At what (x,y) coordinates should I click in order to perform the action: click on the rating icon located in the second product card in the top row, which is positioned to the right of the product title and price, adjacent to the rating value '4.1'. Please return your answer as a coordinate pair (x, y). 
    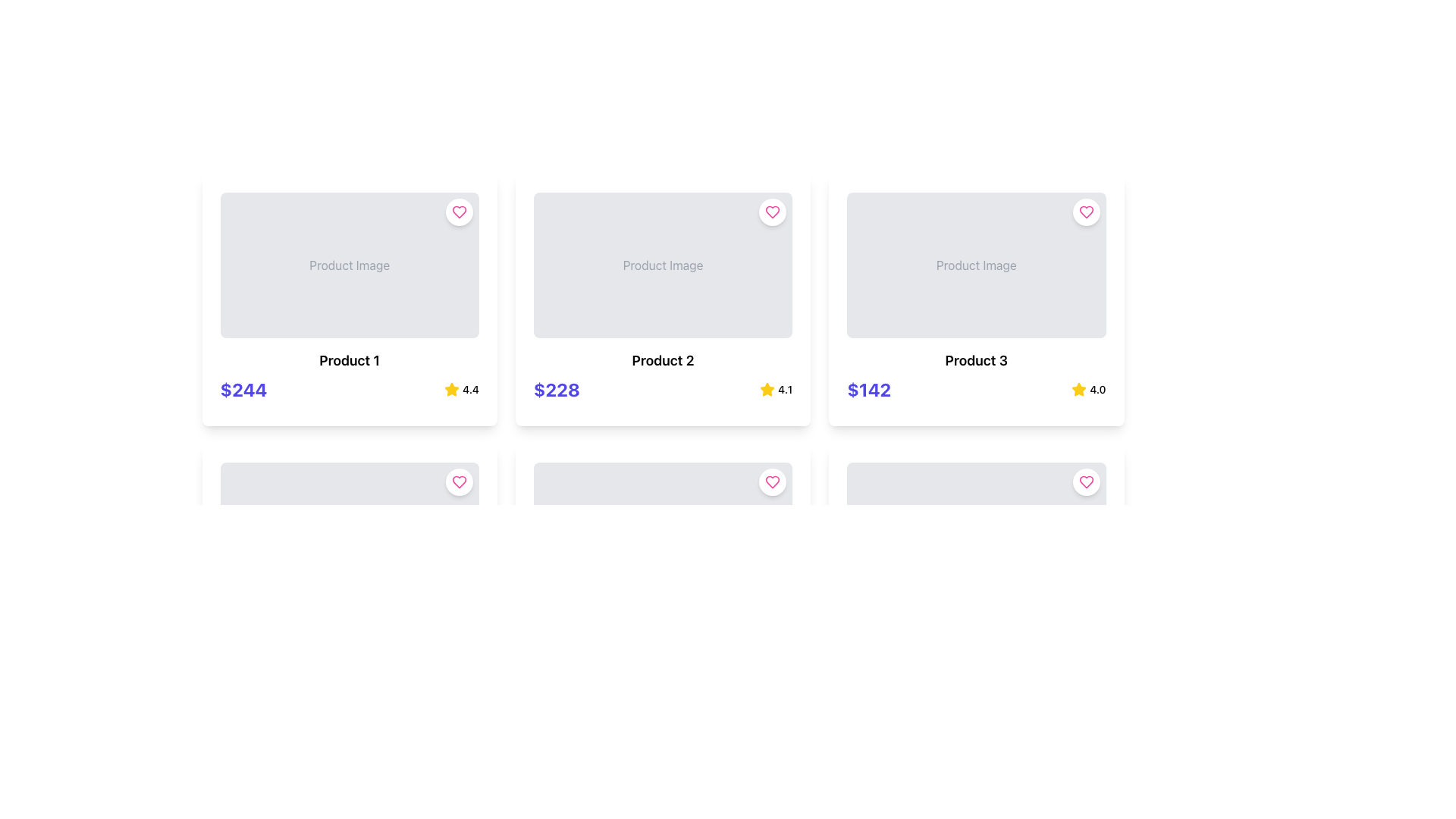
    Looking at the image, I should click on (767, 388).